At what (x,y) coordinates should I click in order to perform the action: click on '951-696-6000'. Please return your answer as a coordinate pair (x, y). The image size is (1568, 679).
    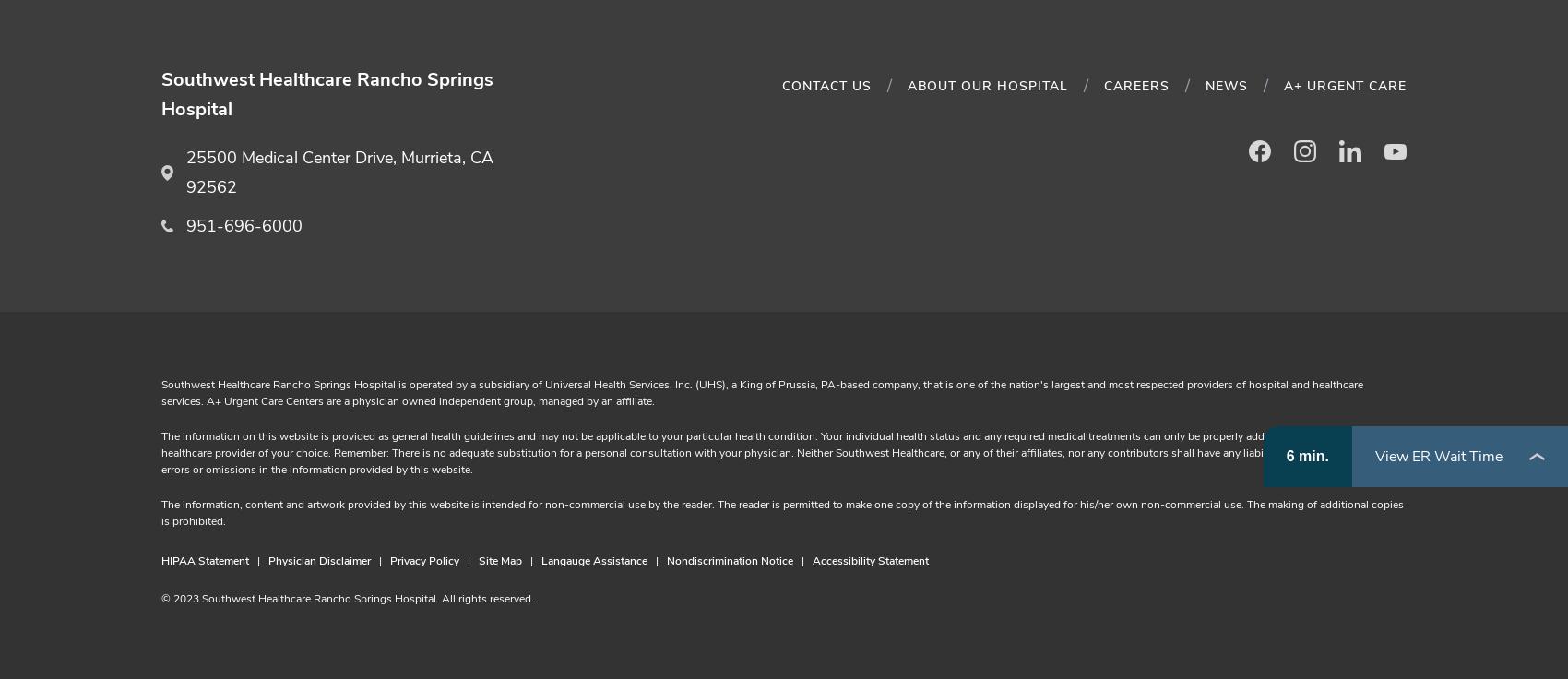
    Looking at the image, I should click on (244, 226).